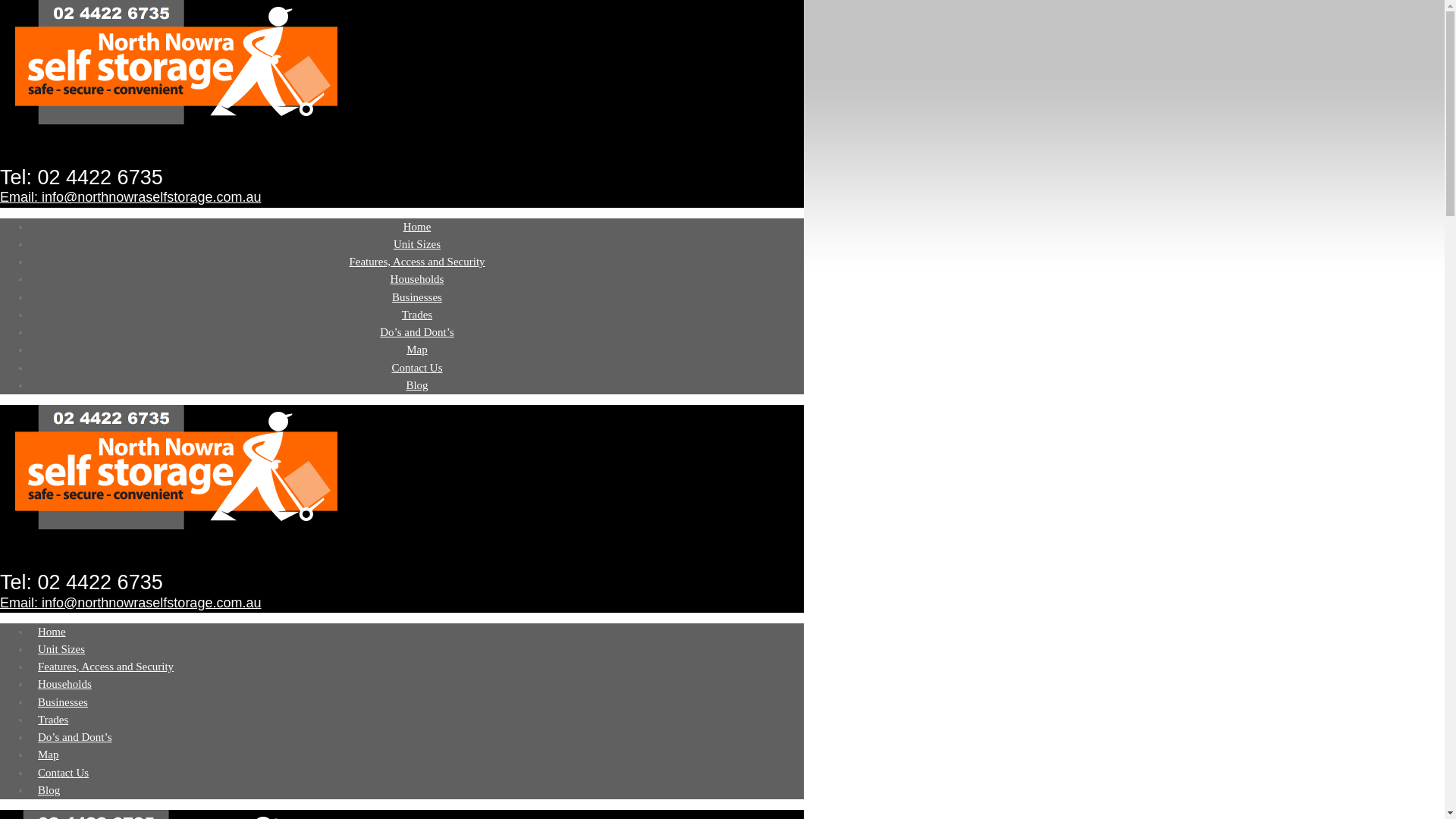 This screenshot has width=1456, height=819. What do you see at coordinates (417, 350) in the screenshot?
I see `'Map'` at bounding box center [417, 350].